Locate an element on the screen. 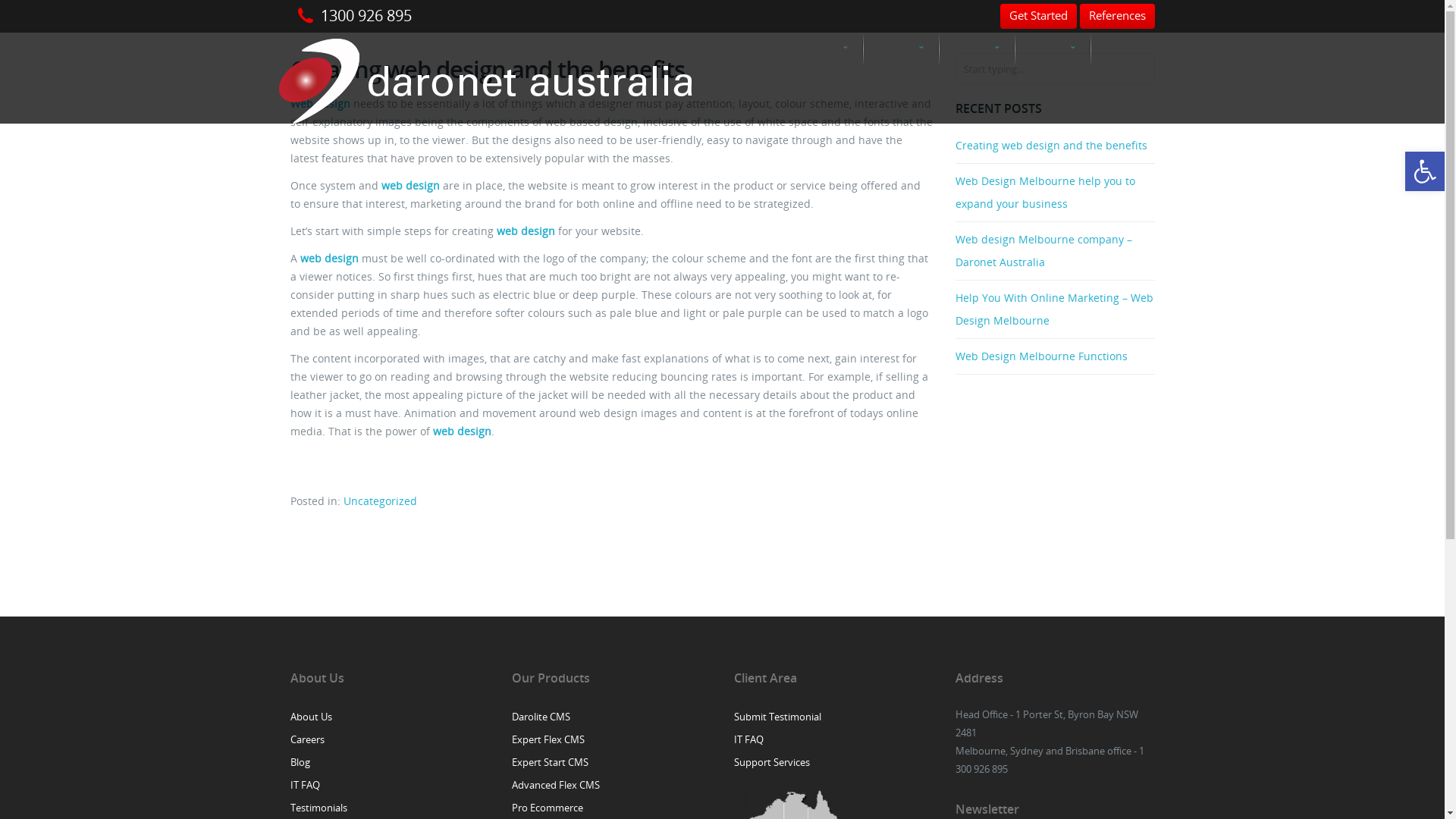 This screenshot has height=819, width=1456. 'Expert Start CMS' is located at coordinates (549, 762).